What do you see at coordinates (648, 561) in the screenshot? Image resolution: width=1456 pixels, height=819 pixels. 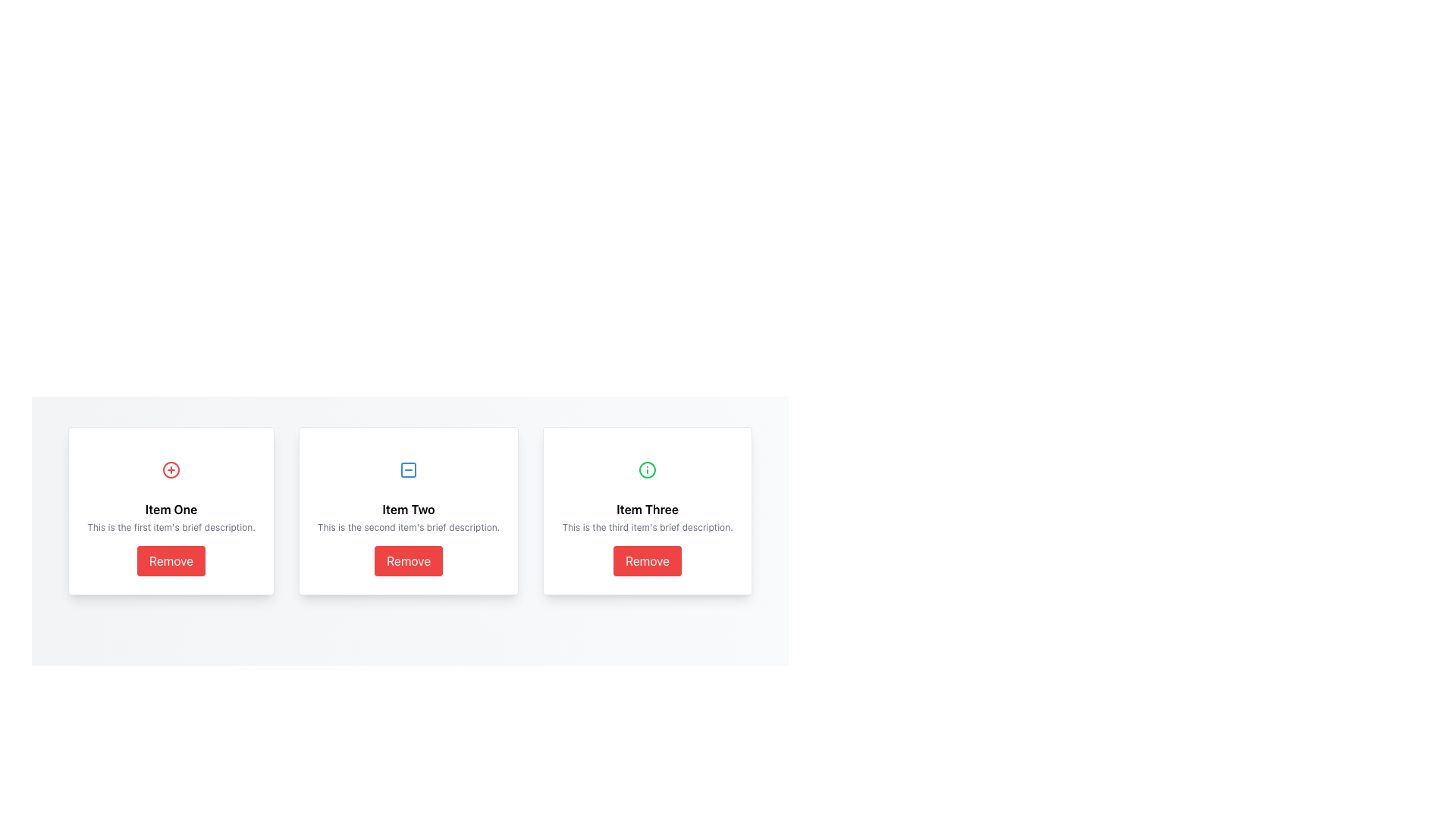 I see `the red 'Remove' button with rounded corners at the bottom of the 'Item Three' card to observe its hover state change` at bounding box center [648, 561].